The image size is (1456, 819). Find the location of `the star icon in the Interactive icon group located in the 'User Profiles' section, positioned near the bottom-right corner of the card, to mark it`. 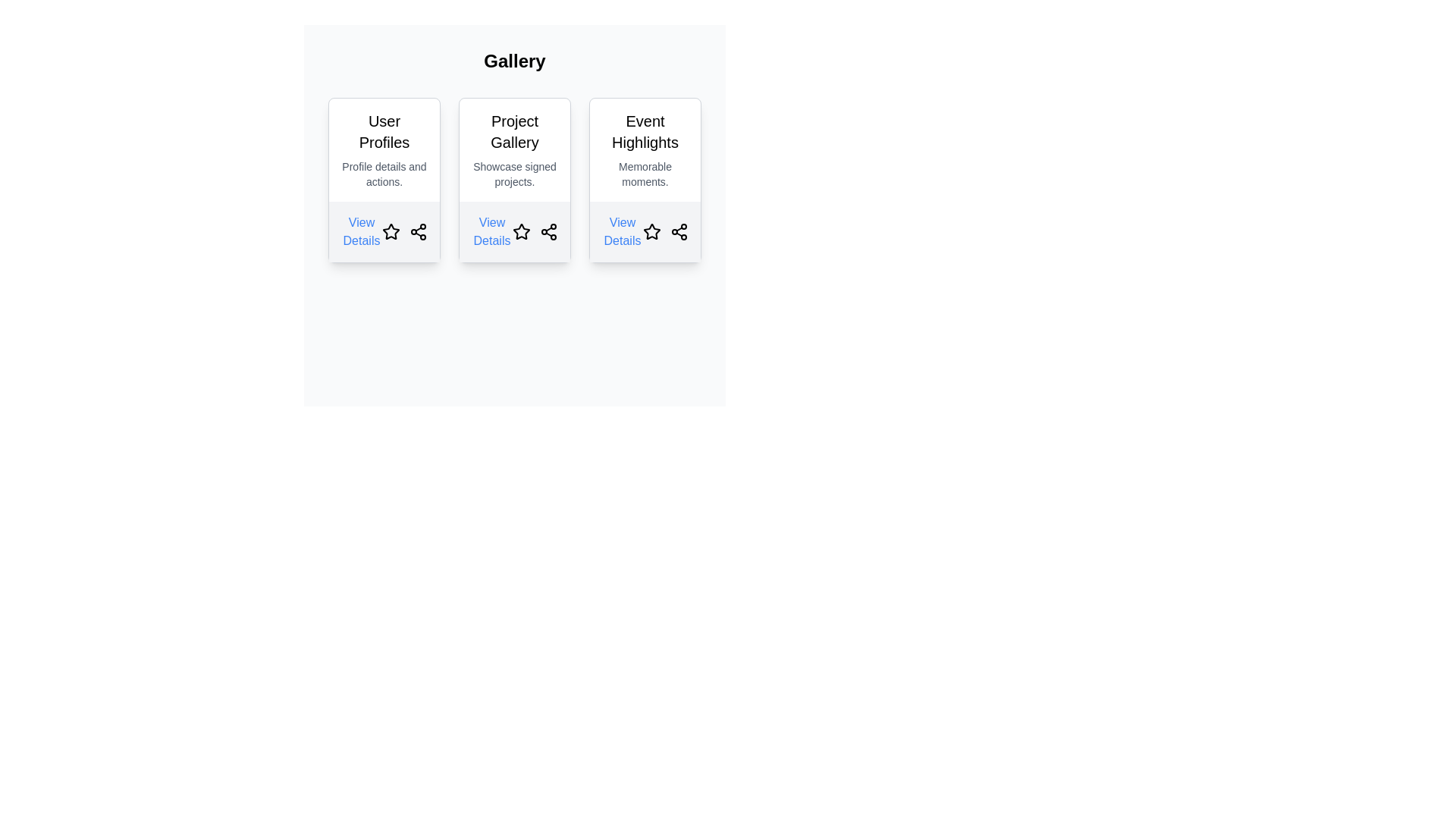

the star icon in the Interactive icon group located in the 'User Profiles' section, positioned near the bottom-right corner of the card, to mark it is located at coordinates (404, 231).